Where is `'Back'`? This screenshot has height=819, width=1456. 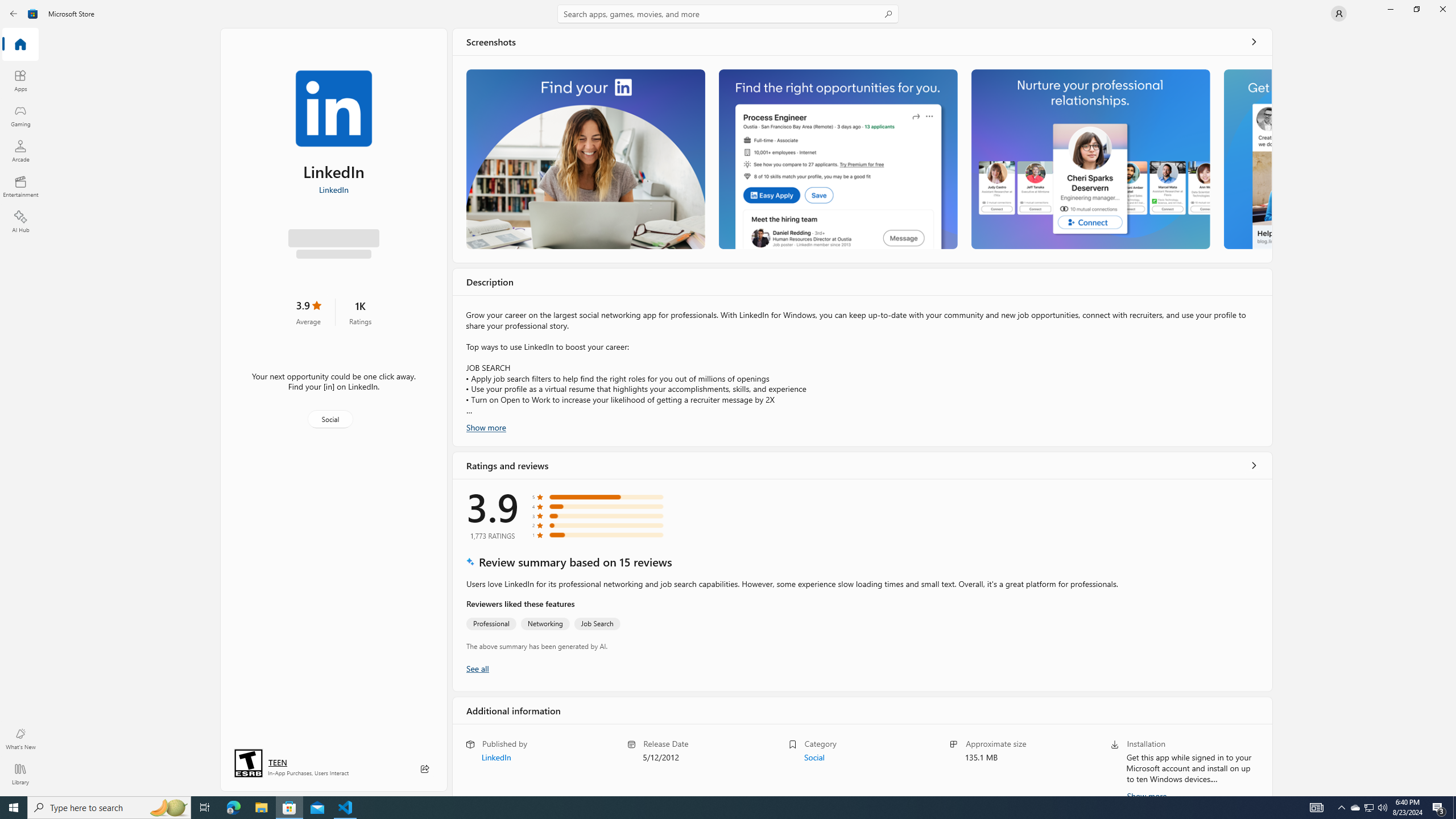 'Back' is located at coordinates (14, 13).